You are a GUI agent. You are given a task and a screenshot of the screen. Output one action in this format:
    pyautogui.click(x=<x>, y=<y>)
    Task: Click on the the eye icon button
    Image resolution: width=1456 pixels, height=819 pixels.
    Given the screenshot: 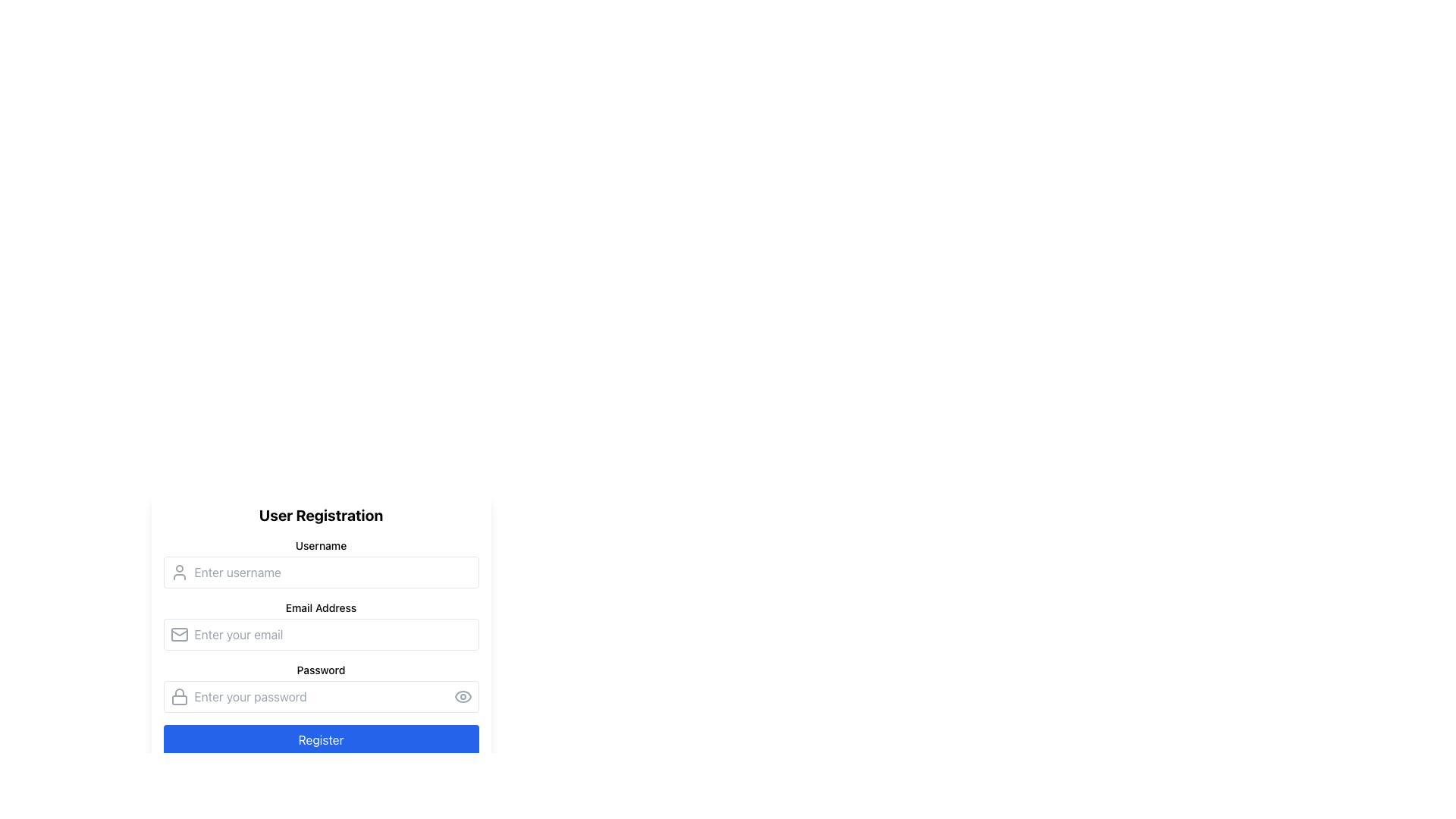 What is the action you would take?
    pyautogui.click(x=462, y=696)
    